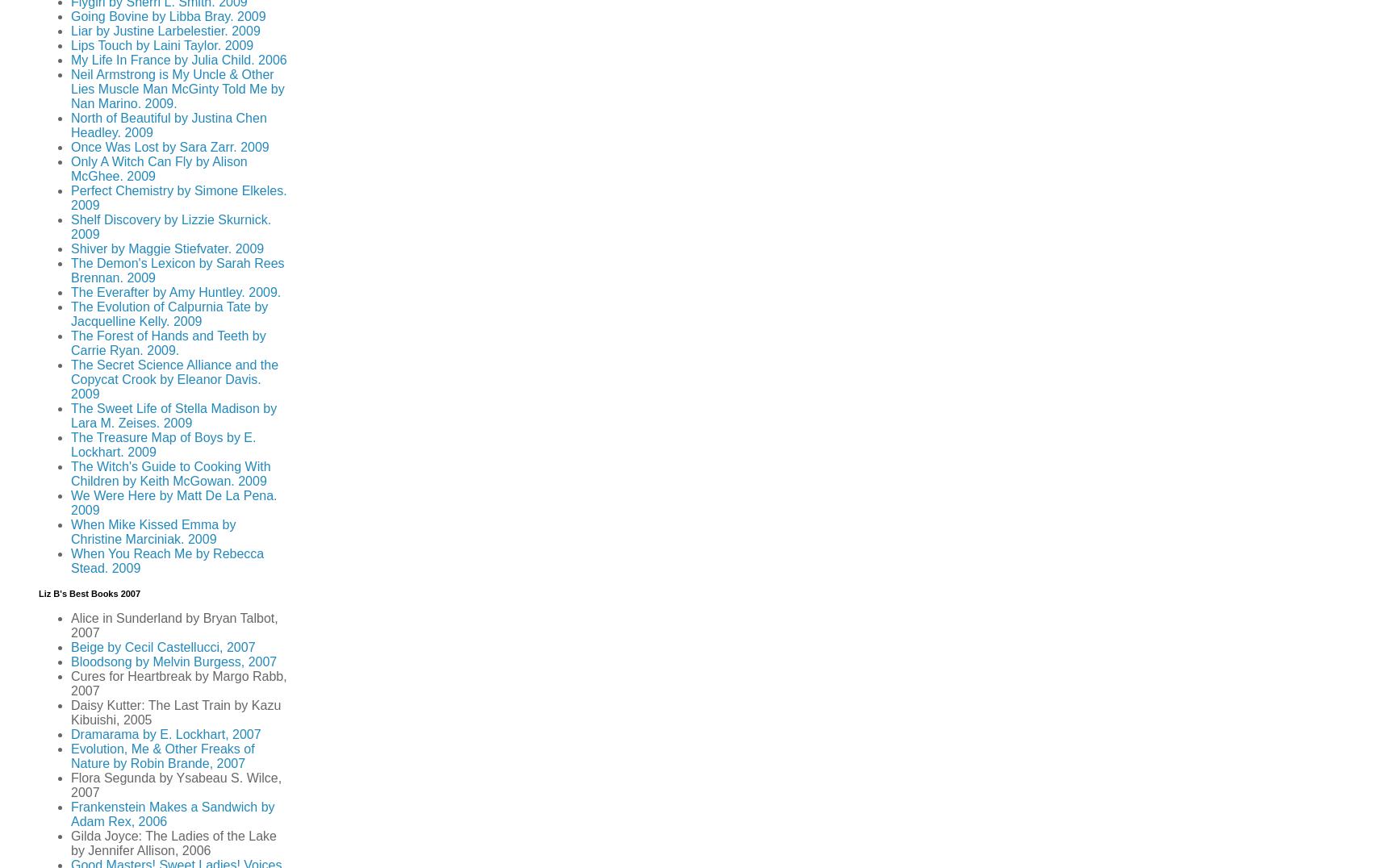 Image resolution: width=1379 pixels, height=868 pixels. I want to click on 'Only A Witch Can Fly by Alison McGhee. 2009', so click(158, 168).